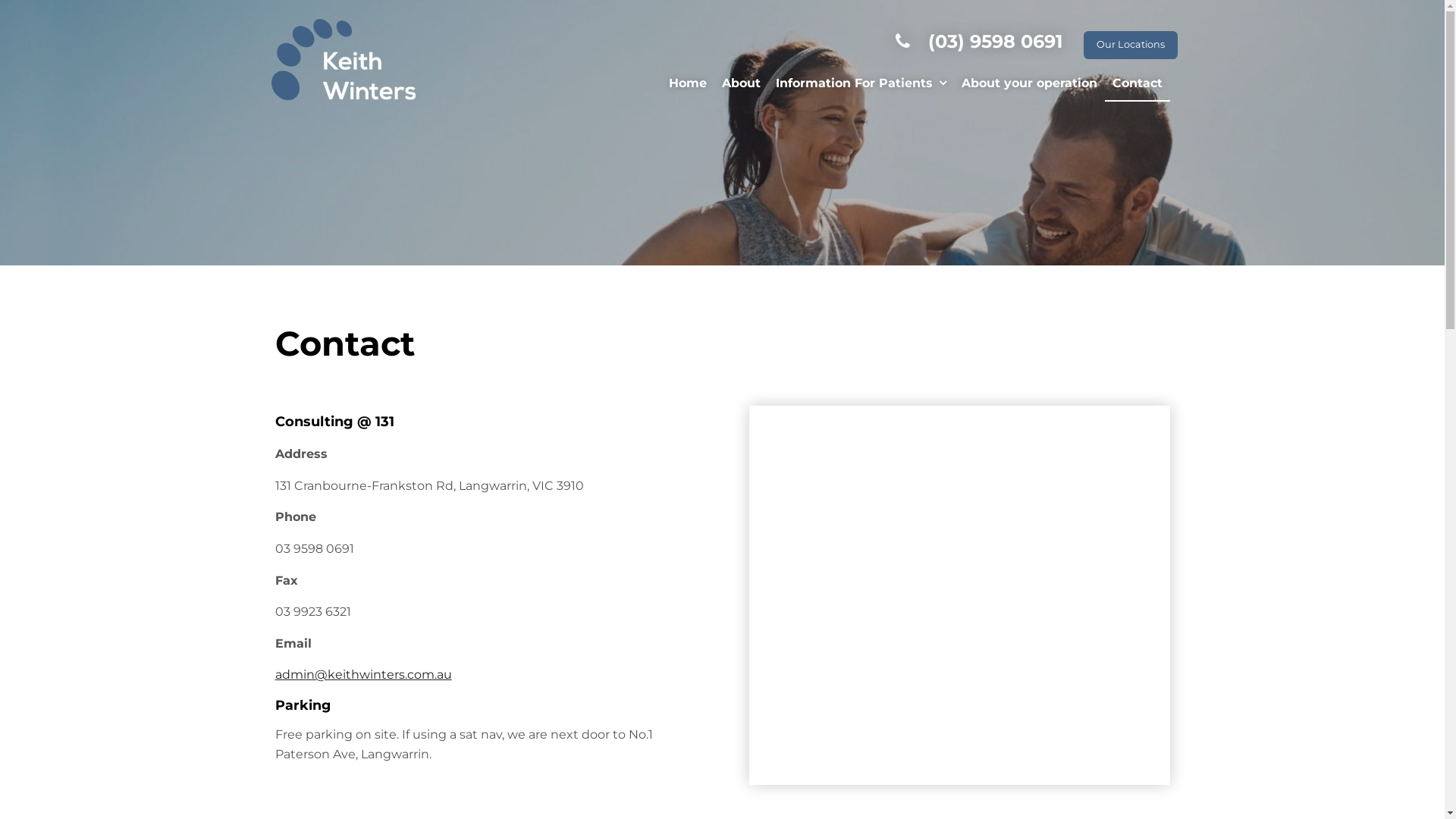 The width and height of the screenshot is (1456, 819). I want to click on 'Contact', so click(1136, 84).